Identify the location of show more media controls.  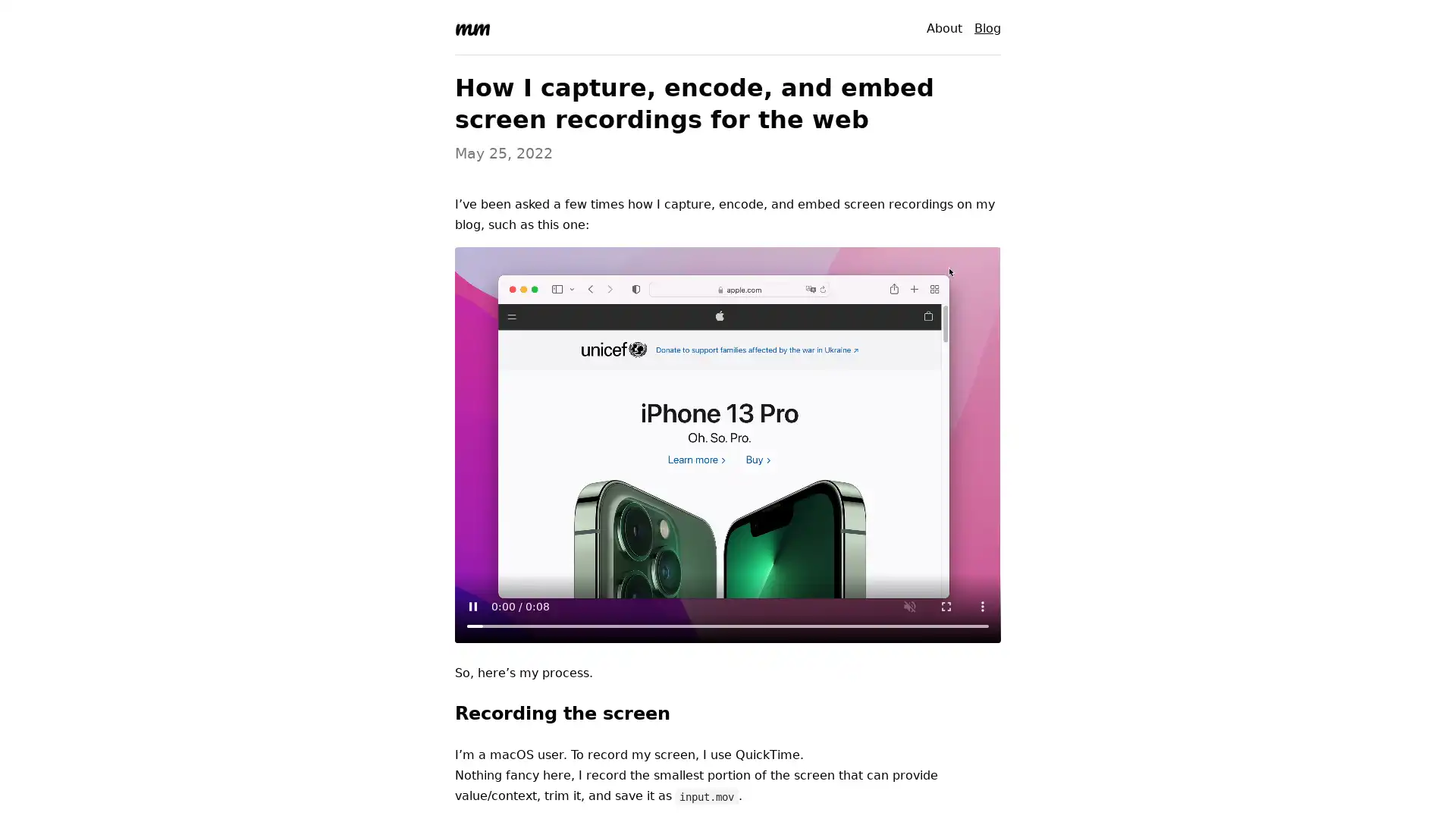
(983, 605).